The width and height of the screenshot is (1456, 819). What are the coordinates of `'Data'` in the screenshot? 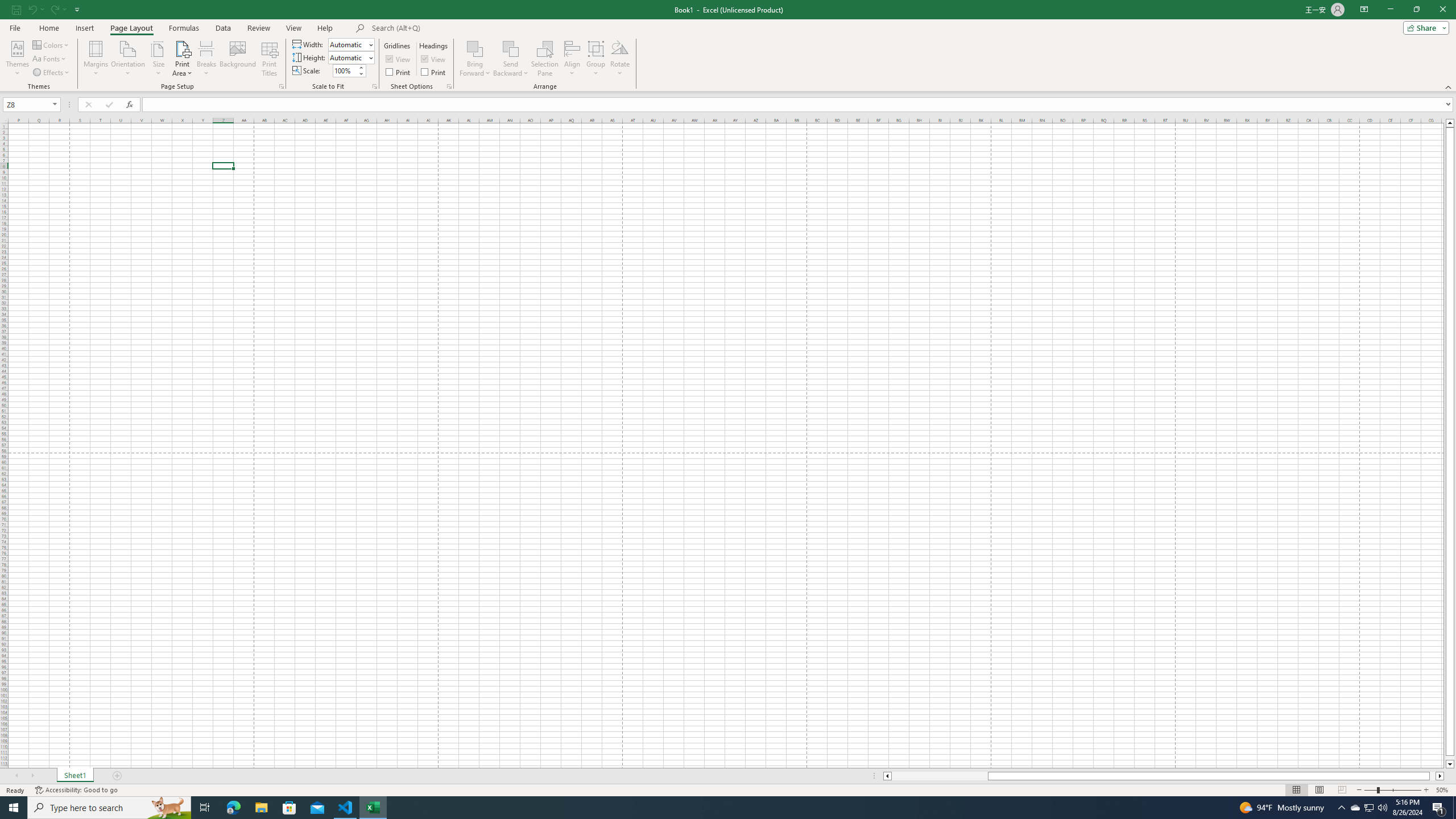 It's located at (222, 28).